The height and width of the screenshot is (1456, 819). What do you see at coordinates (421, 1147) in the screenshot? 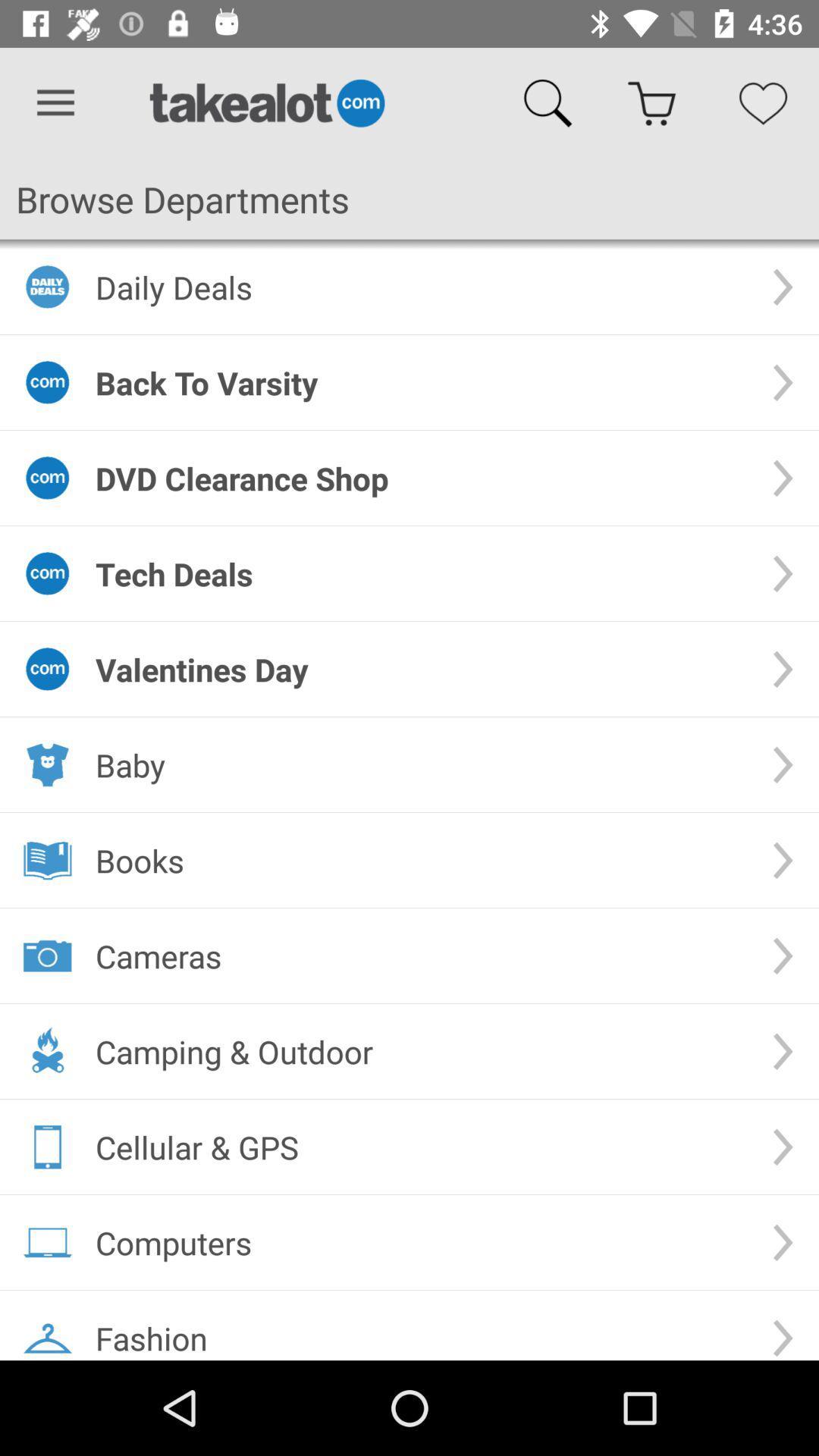
I see `the icon above the computers` at bounding box center [421, 1147].